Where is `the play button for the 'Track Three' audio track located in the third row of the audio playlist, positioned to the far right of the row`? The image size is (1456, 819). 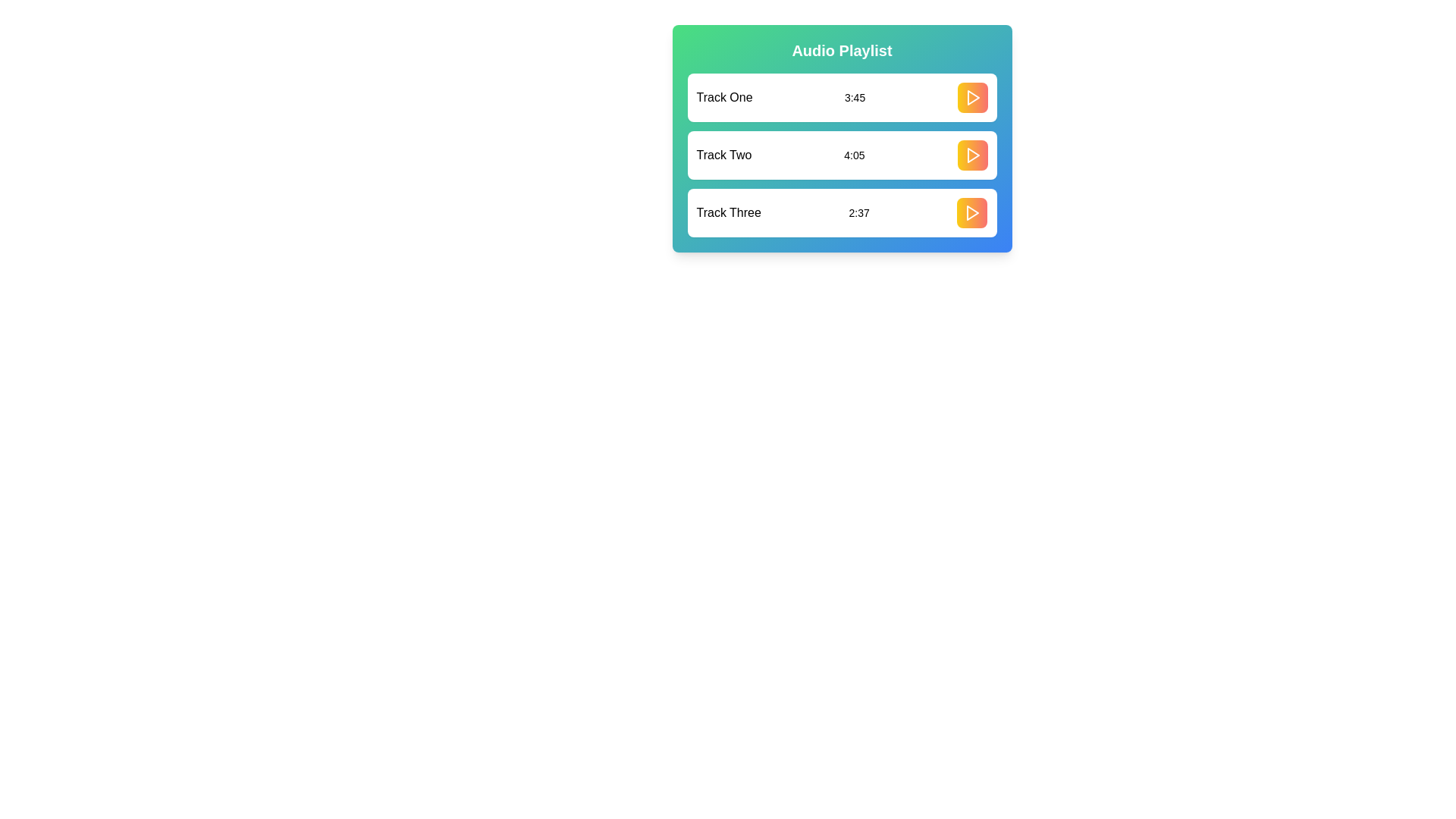
the play button for the 'Track Three' audio track located in the third row of the audio playlist, positioned to the far right of the row is located at coordinates (972, 213).